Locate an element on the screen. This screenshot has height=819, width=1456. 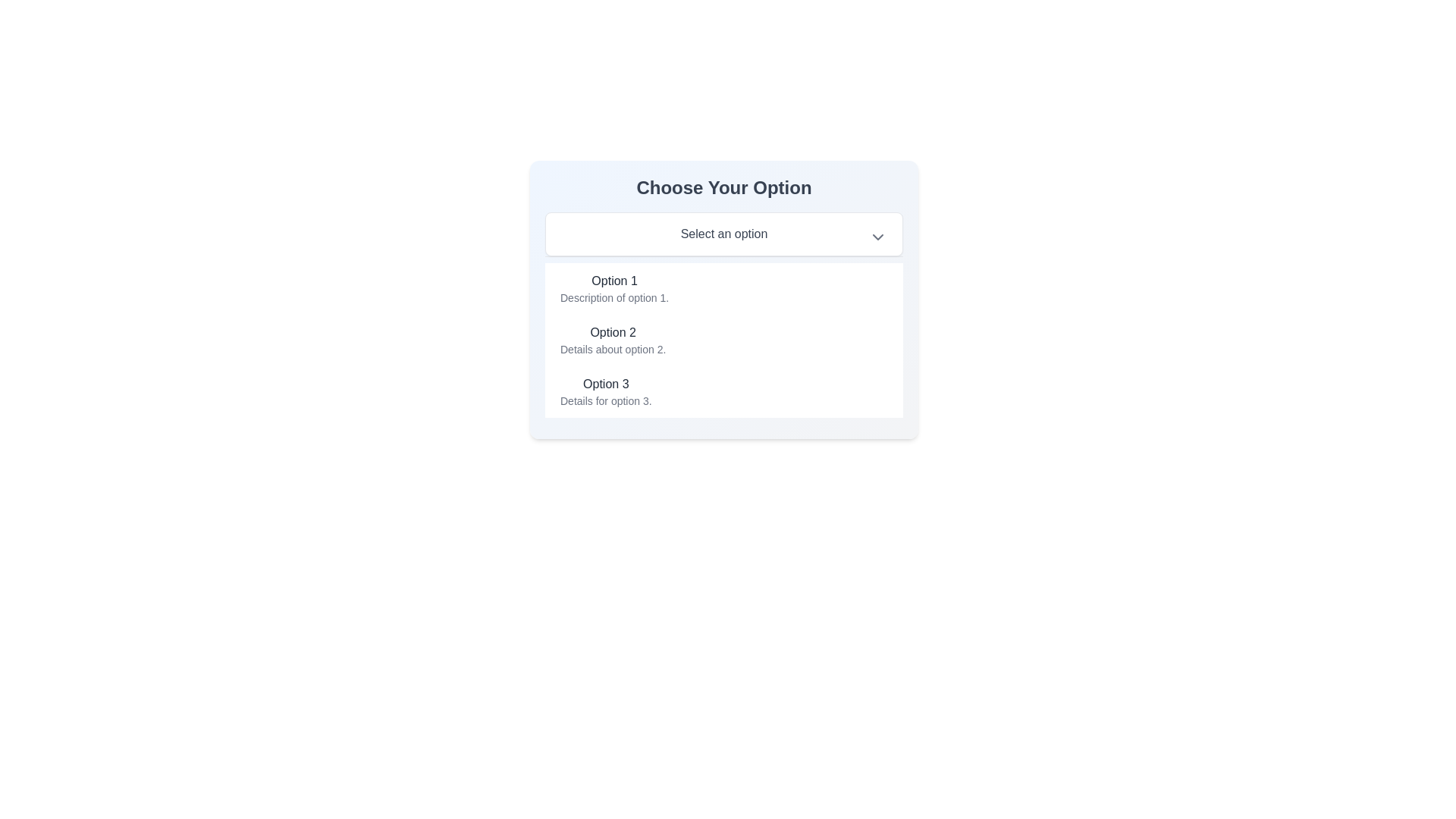
the text label displaying 'Option 2' in bold dark gray font, which is positioned in the middle of the dropdown content, above the description text 'Details about option 2' is located at coordinates (613, 332).